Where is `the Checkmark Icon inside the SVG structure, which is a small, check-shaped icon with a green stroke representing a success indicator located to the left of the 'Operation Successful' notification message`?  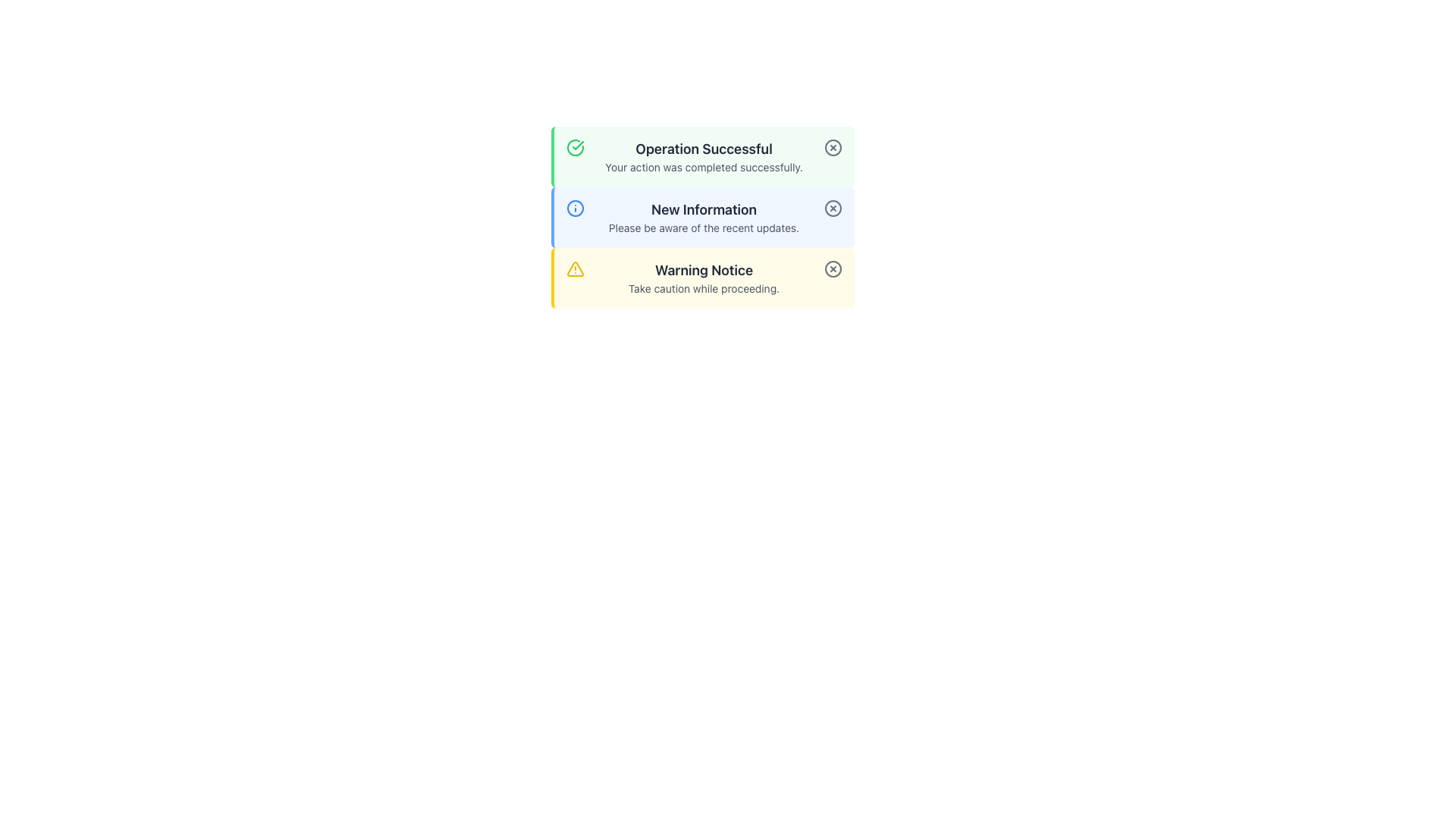 the Checkmark Icon inside the SVG structure, which is a small, check-shaped icon with a green stroke representing a success indicator located to the left of the 'Operation Successful' notification message is located at coordinates (577, 146).